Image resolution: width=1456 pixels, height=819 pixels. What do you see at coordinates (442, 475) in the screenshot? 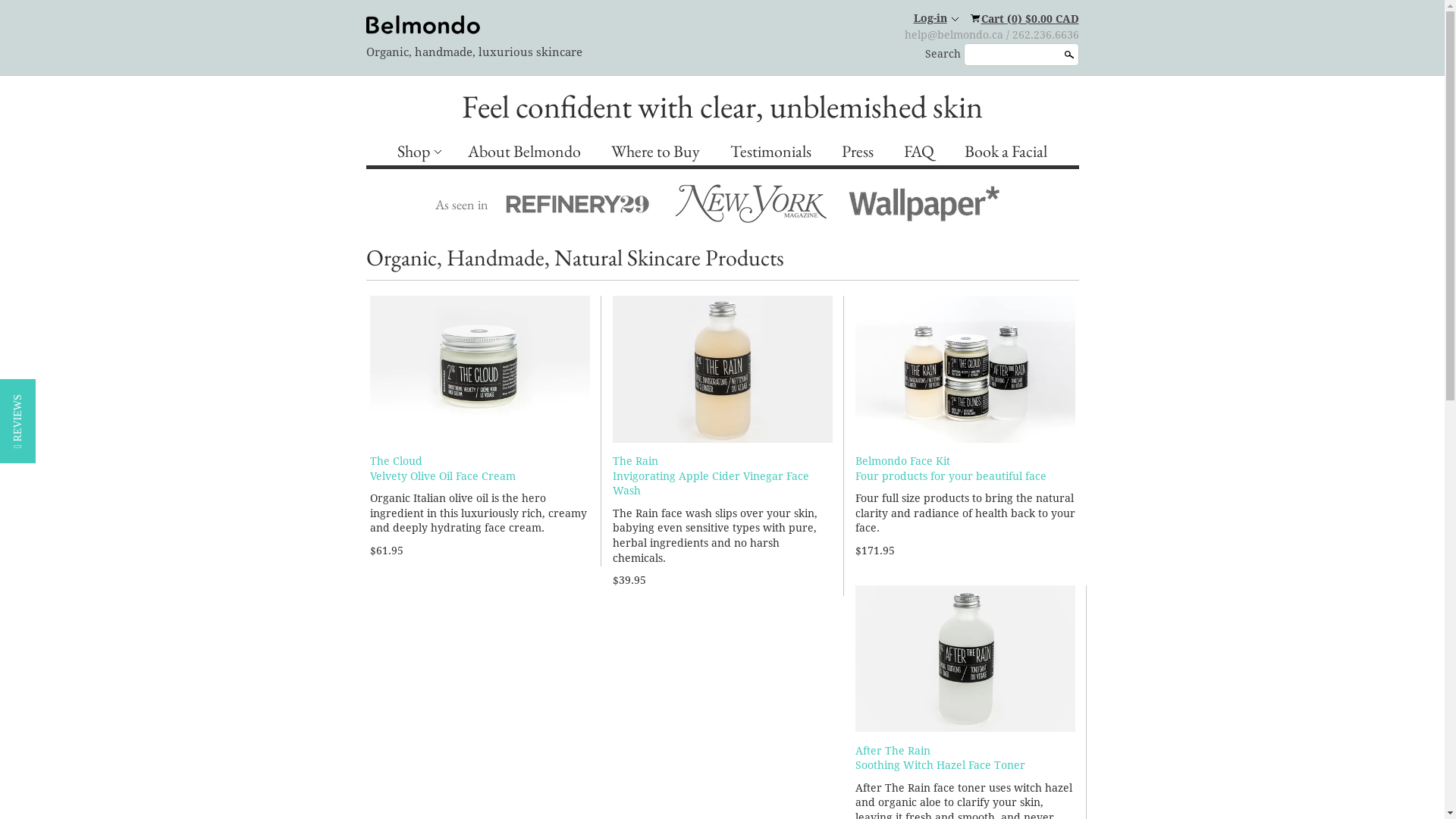
I see `'Velvety Olive Oil Face Cream'` at bounding box center [442, 475].